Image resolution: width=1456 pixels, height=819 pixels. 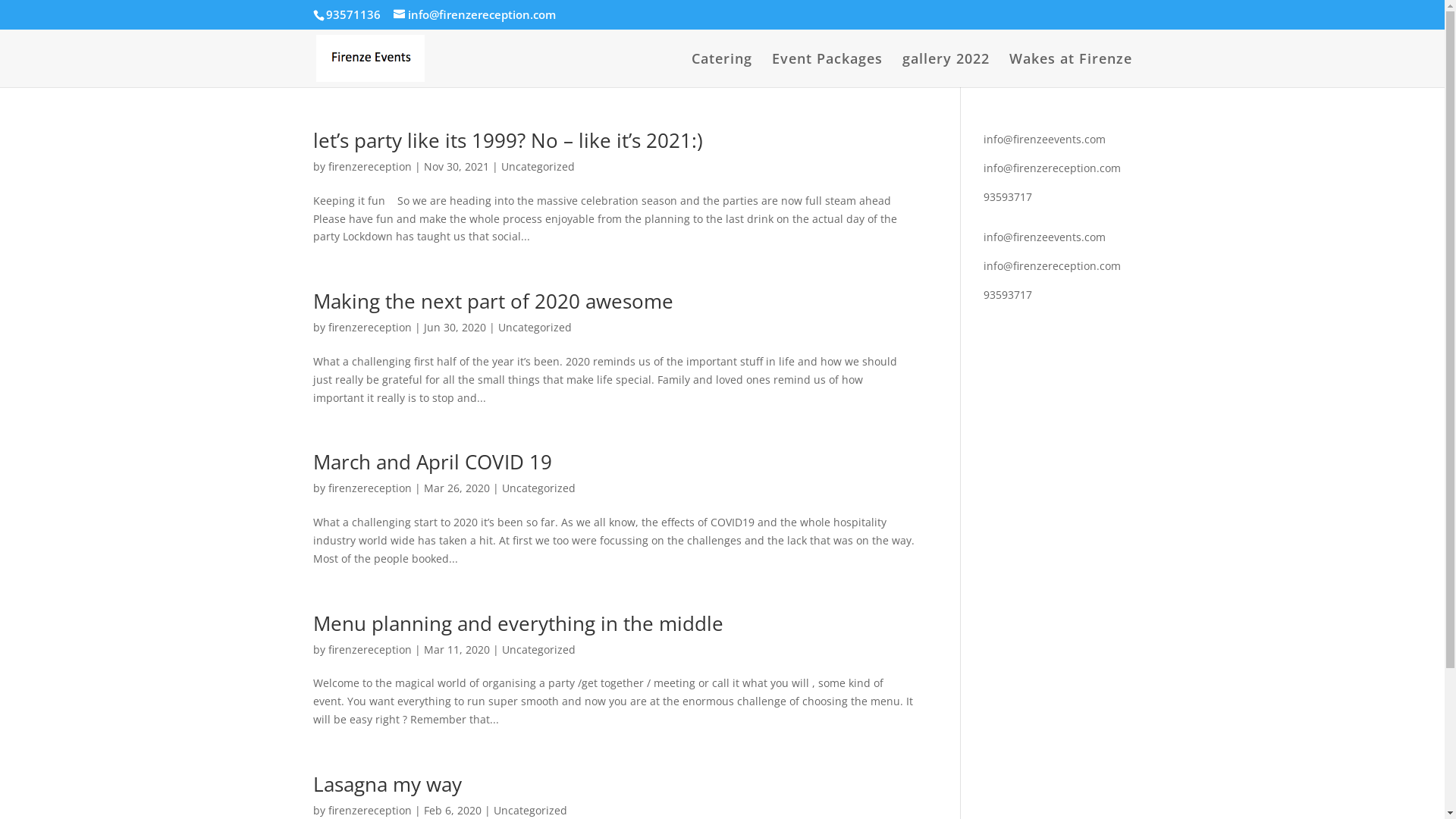 What do you see at coordinates (327, 166) in the screenshot?
I see `'firenzereception'` at bounding box center [327, 166].